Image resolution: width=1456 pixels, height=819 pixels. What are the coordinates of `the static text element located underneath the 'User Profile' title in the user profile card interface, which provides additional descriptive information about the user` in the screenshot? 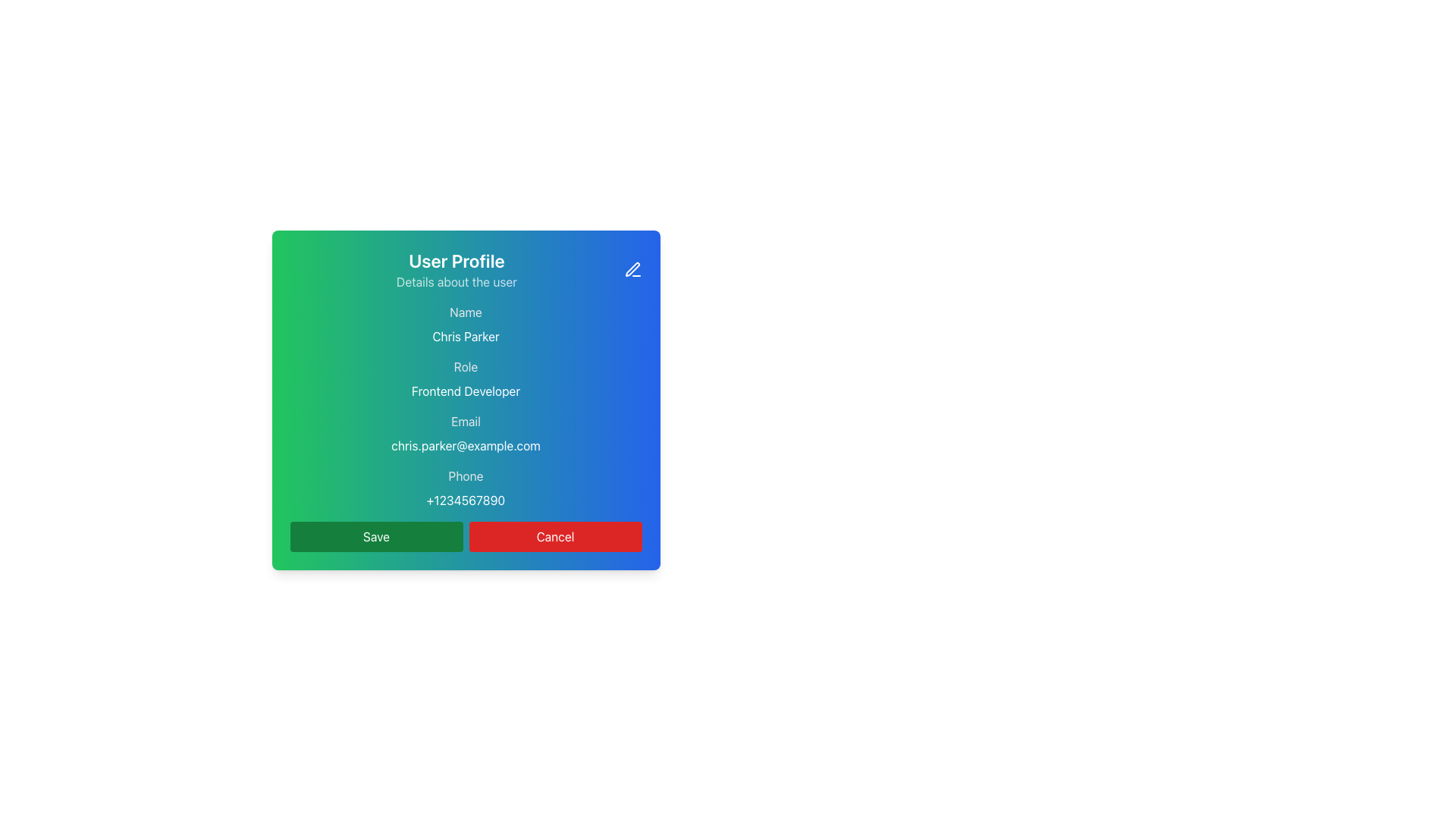 It's located at (456, 281).